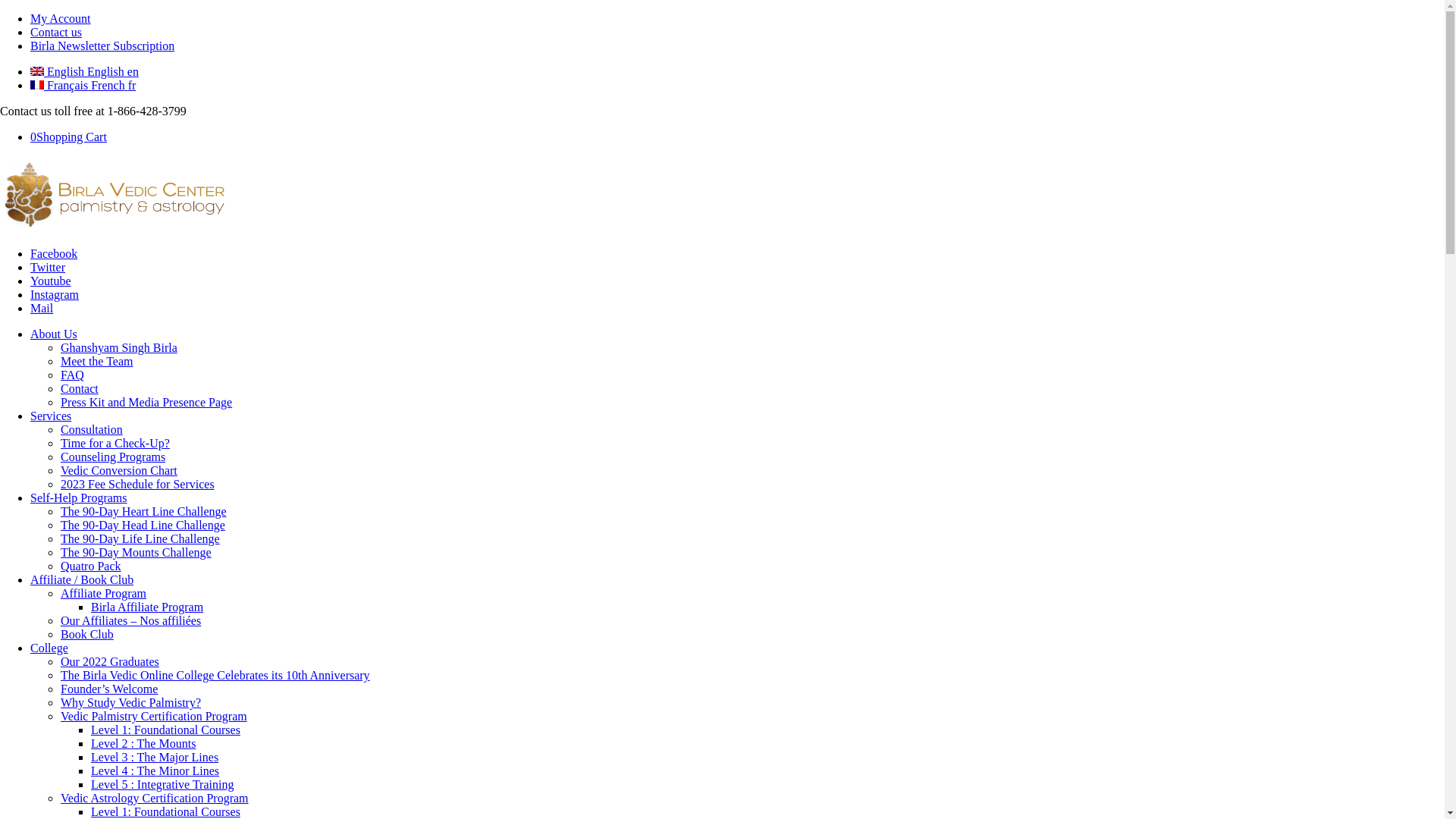 The width and height of the screenshot is (1456, 819). Describe the element at coordinates (61, 566) in the screenshot. I see `'Quatro Pack'` at that location.